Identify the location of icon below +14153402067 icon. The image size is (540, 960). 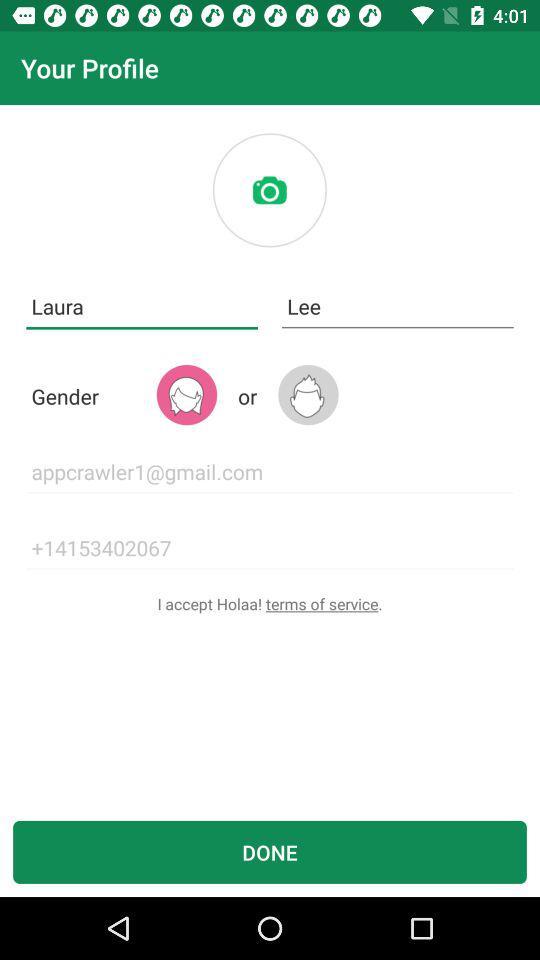
(270, 602).